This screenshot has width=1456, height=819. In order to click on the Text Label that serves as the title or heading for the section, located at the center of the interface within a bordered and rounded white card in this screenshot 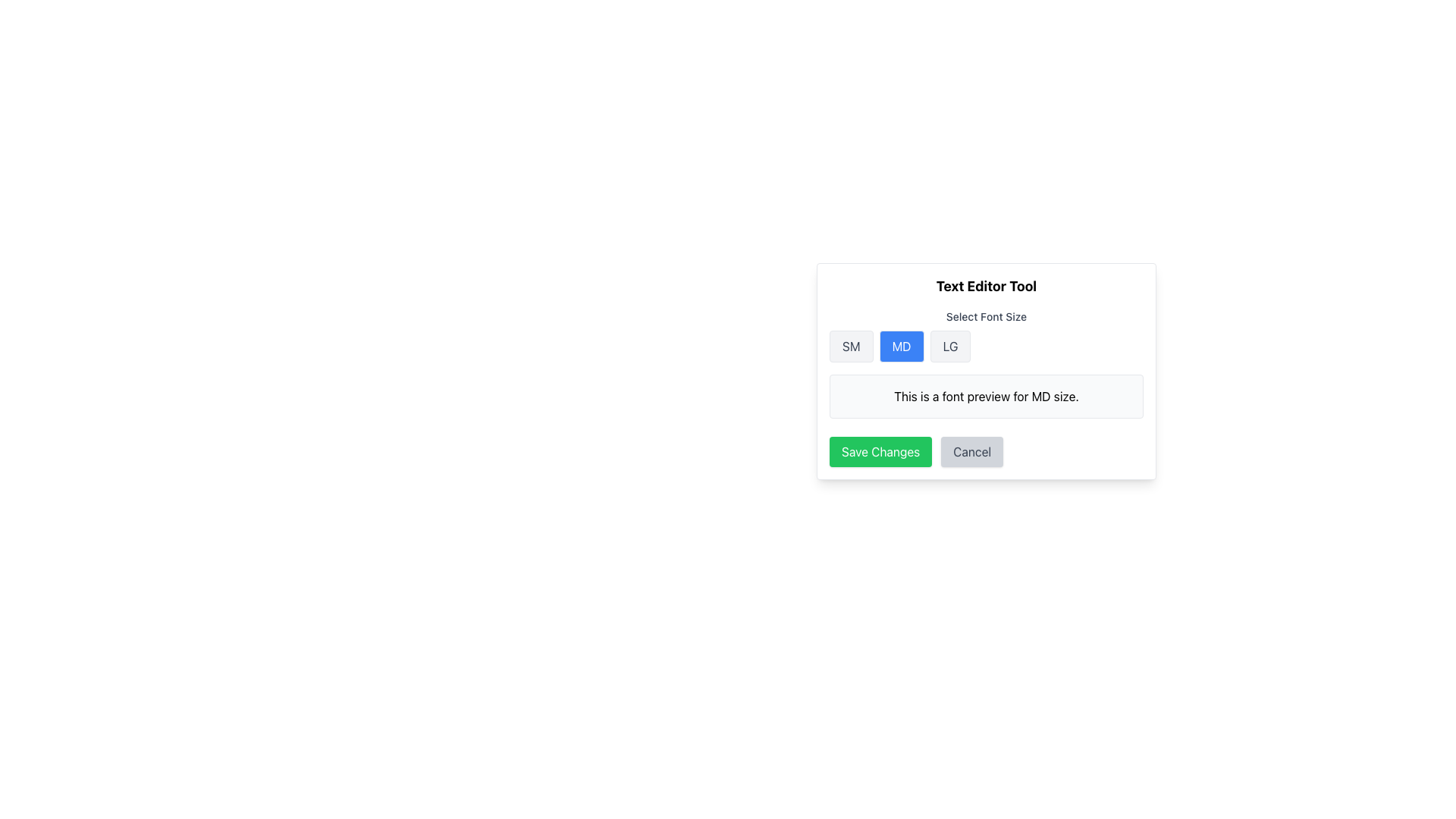, I will do `click(986, 287)`.